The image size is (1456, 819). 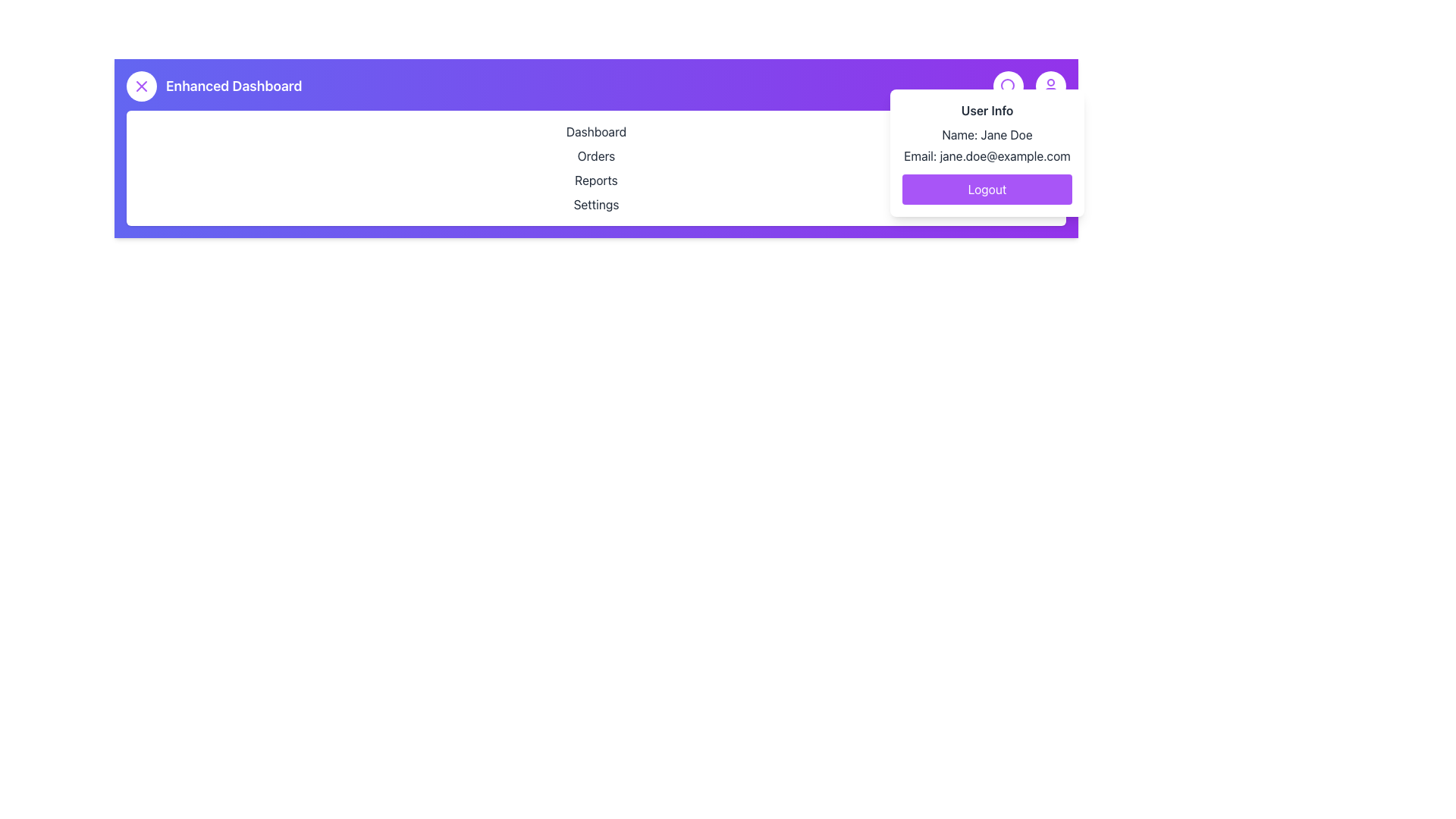 I want to click on the interactive button located in the upper right corner of the interface, so click(x=1008, y=86).